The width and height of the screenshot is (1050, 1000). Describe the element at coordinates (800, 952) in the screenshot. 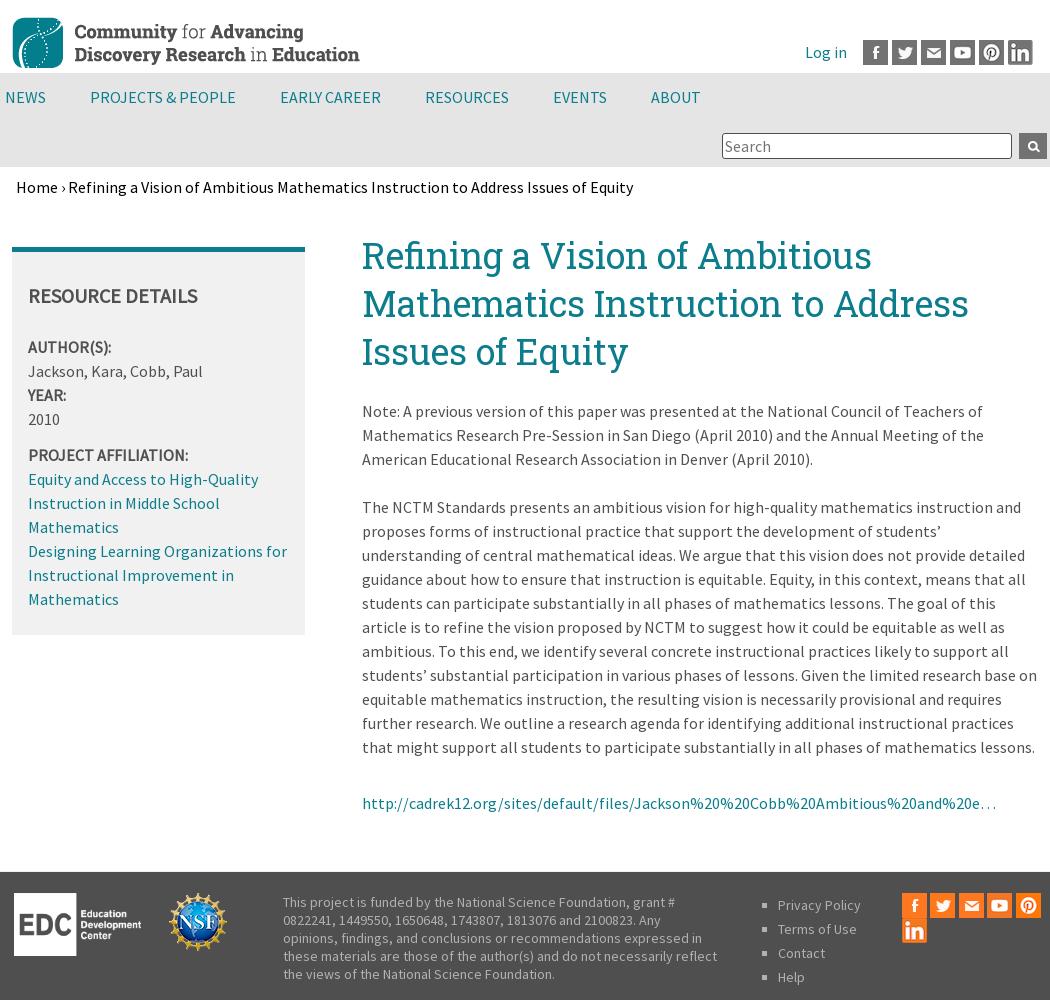

I see `'Contact'` at that location.